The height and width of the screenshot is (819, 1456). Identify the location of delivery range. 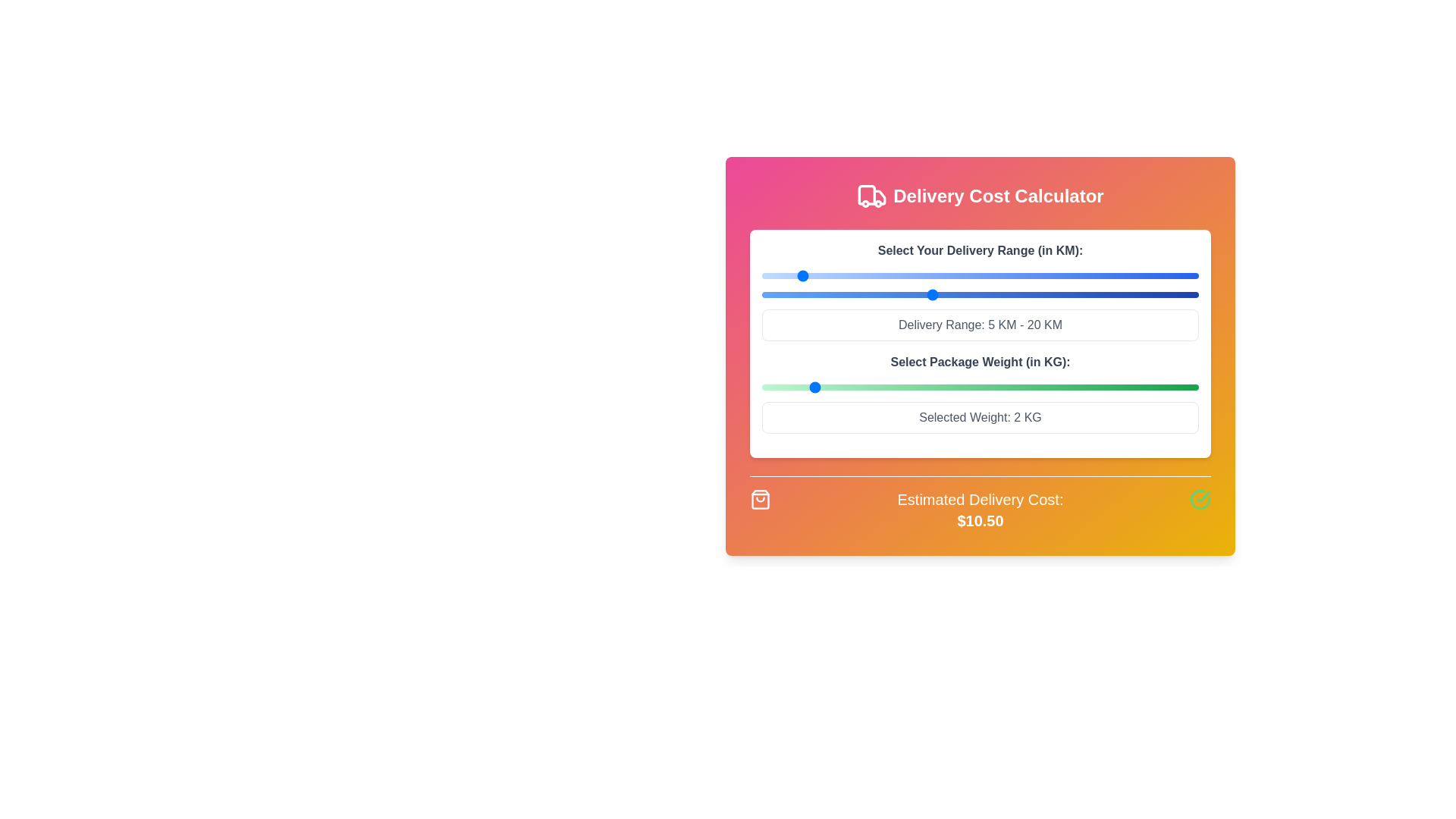
(1092, 295).